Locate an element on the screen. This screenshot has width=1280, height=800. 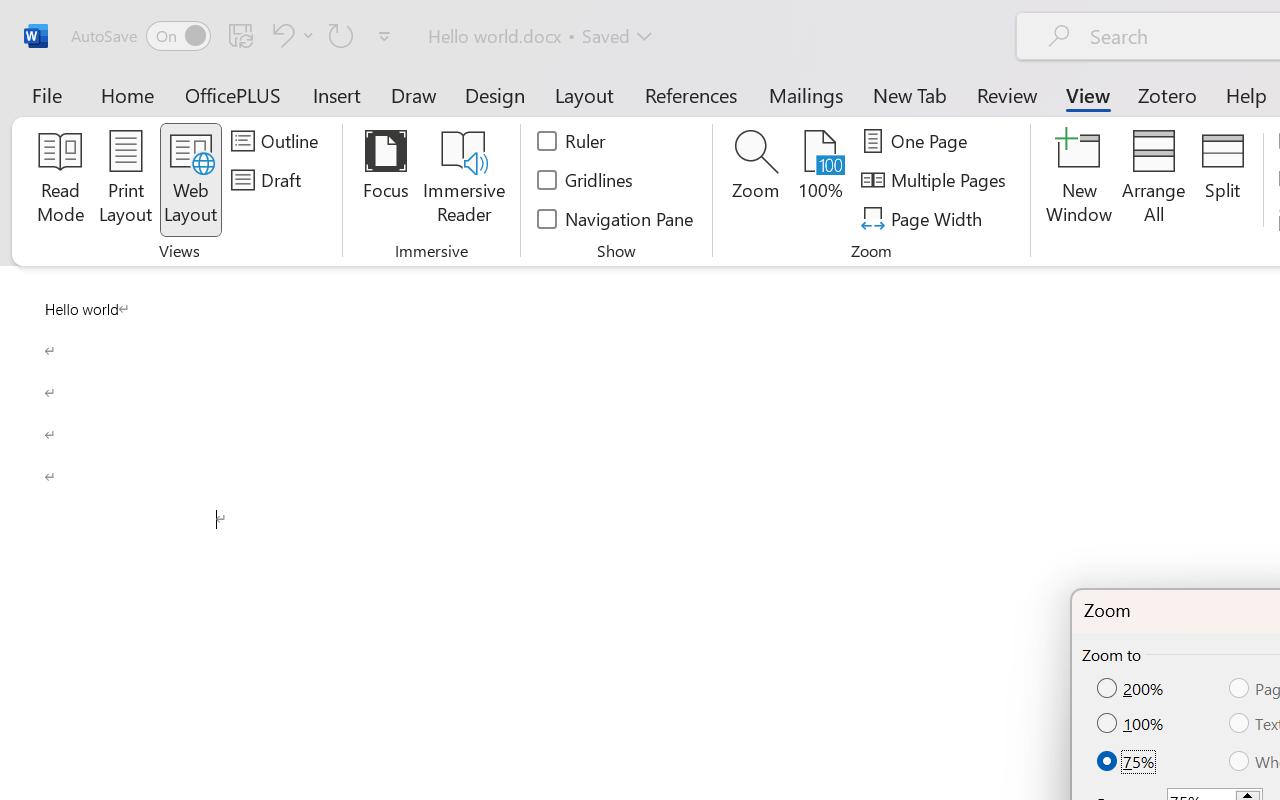
'Outline' is located at coordinates (277, 141).